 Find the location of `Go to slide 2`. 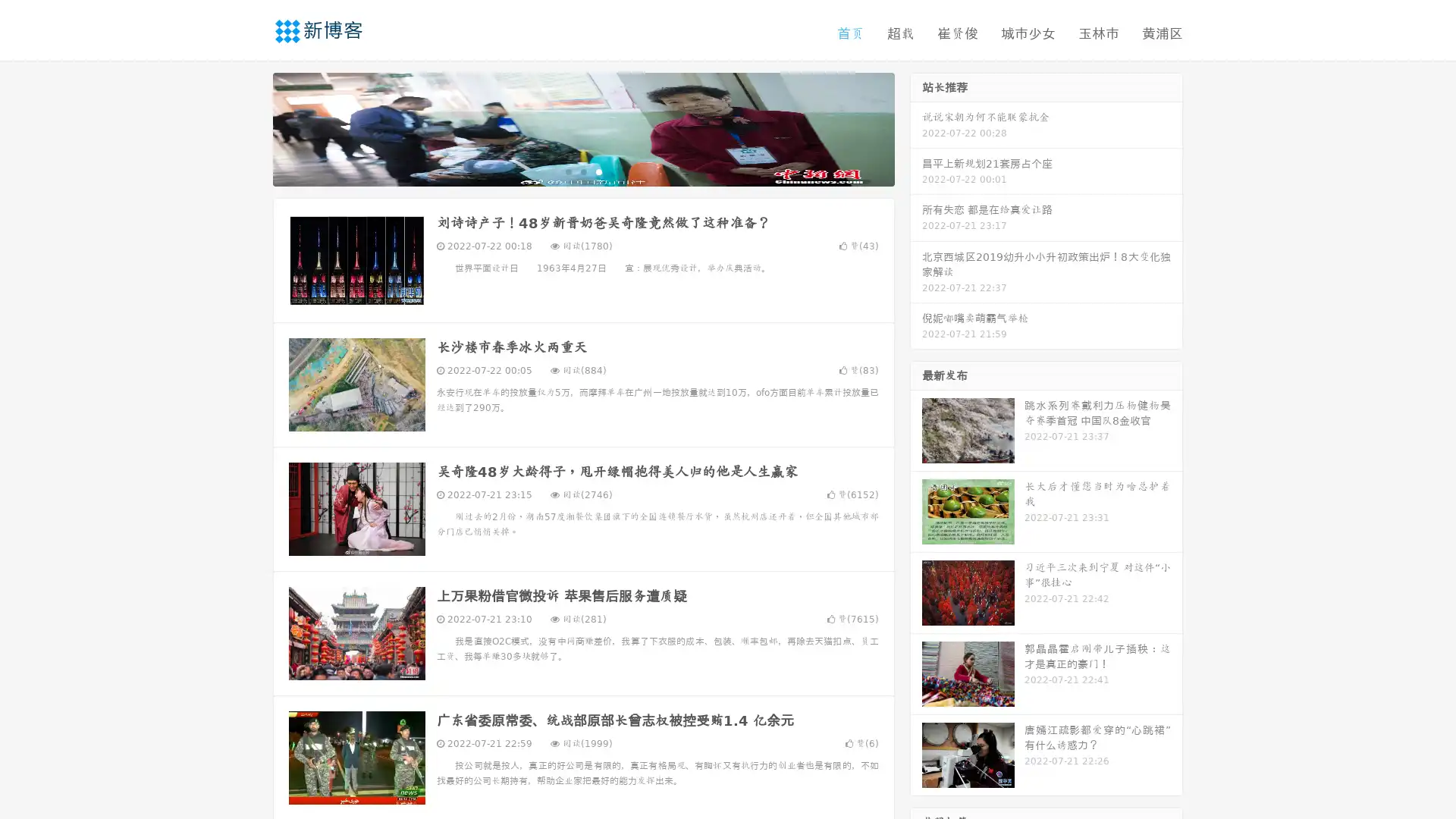

Go to slide 2 is located at coordinates (582, 171).